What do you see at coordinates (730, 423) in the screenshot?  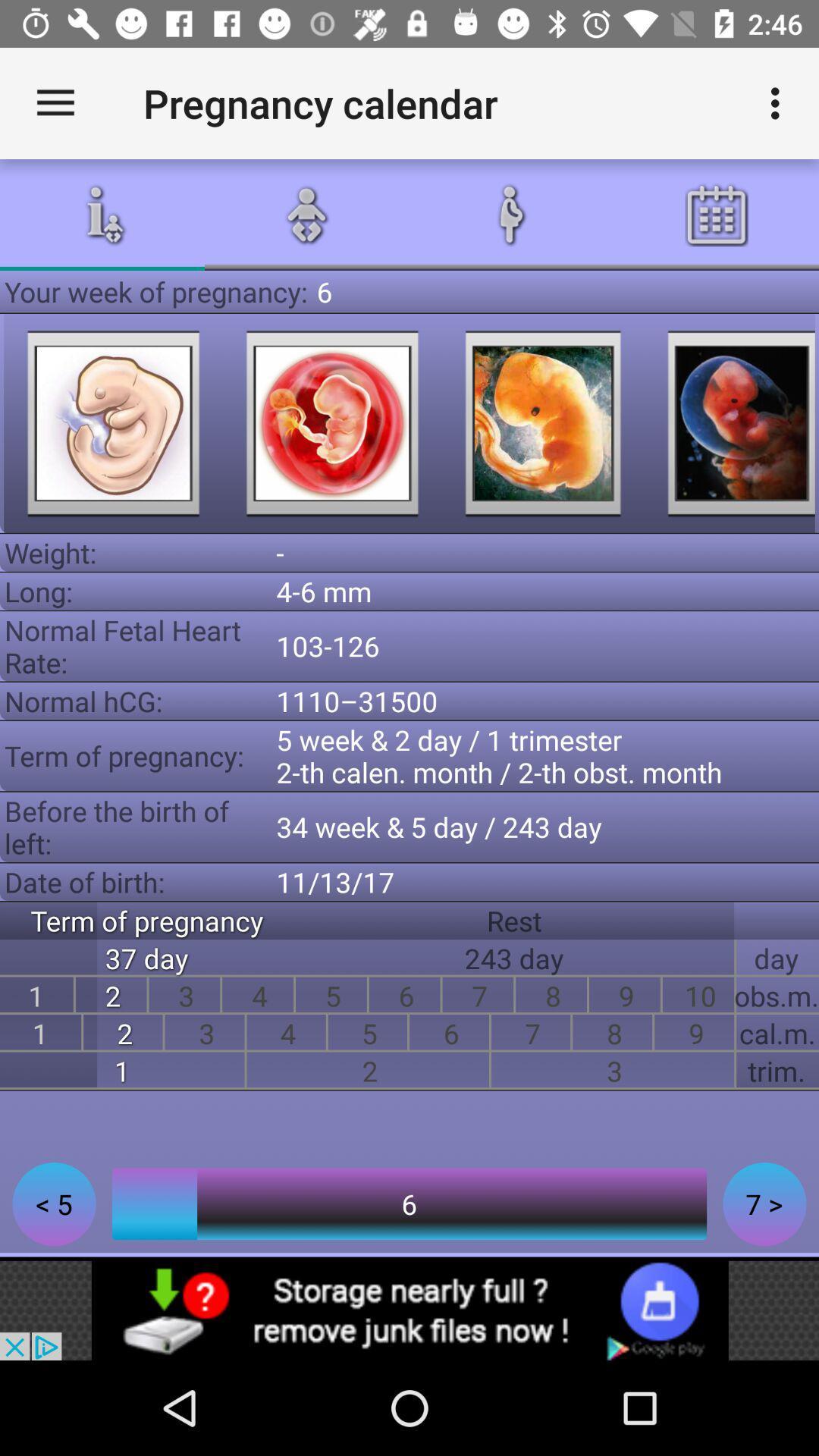 I see `show the development of the fetus` at bounding box center [730, 423].